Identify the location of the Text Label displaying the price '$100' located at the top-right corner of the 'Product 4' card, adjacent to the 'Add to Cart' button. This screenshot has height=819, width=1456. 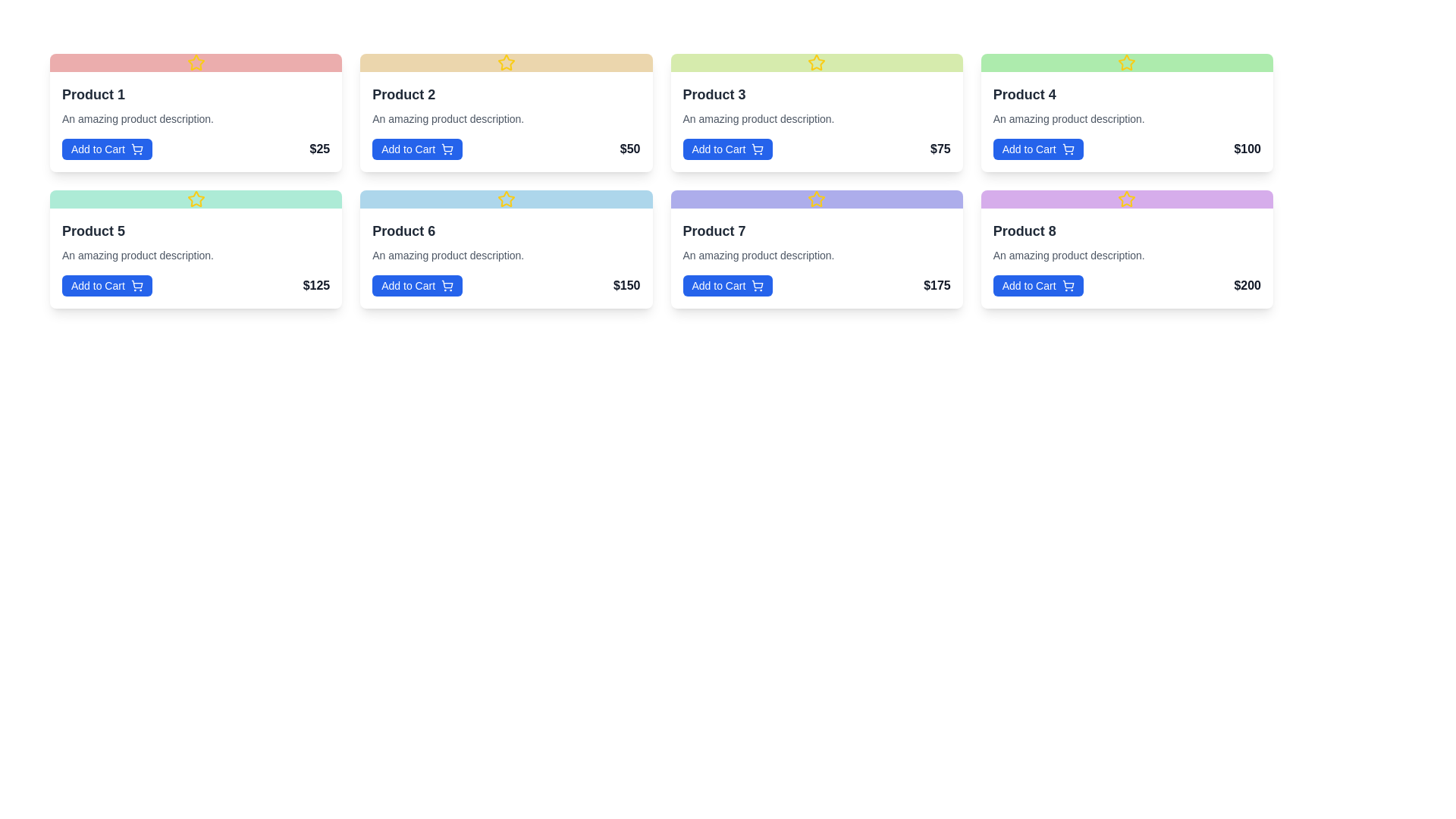
(1247, 149).